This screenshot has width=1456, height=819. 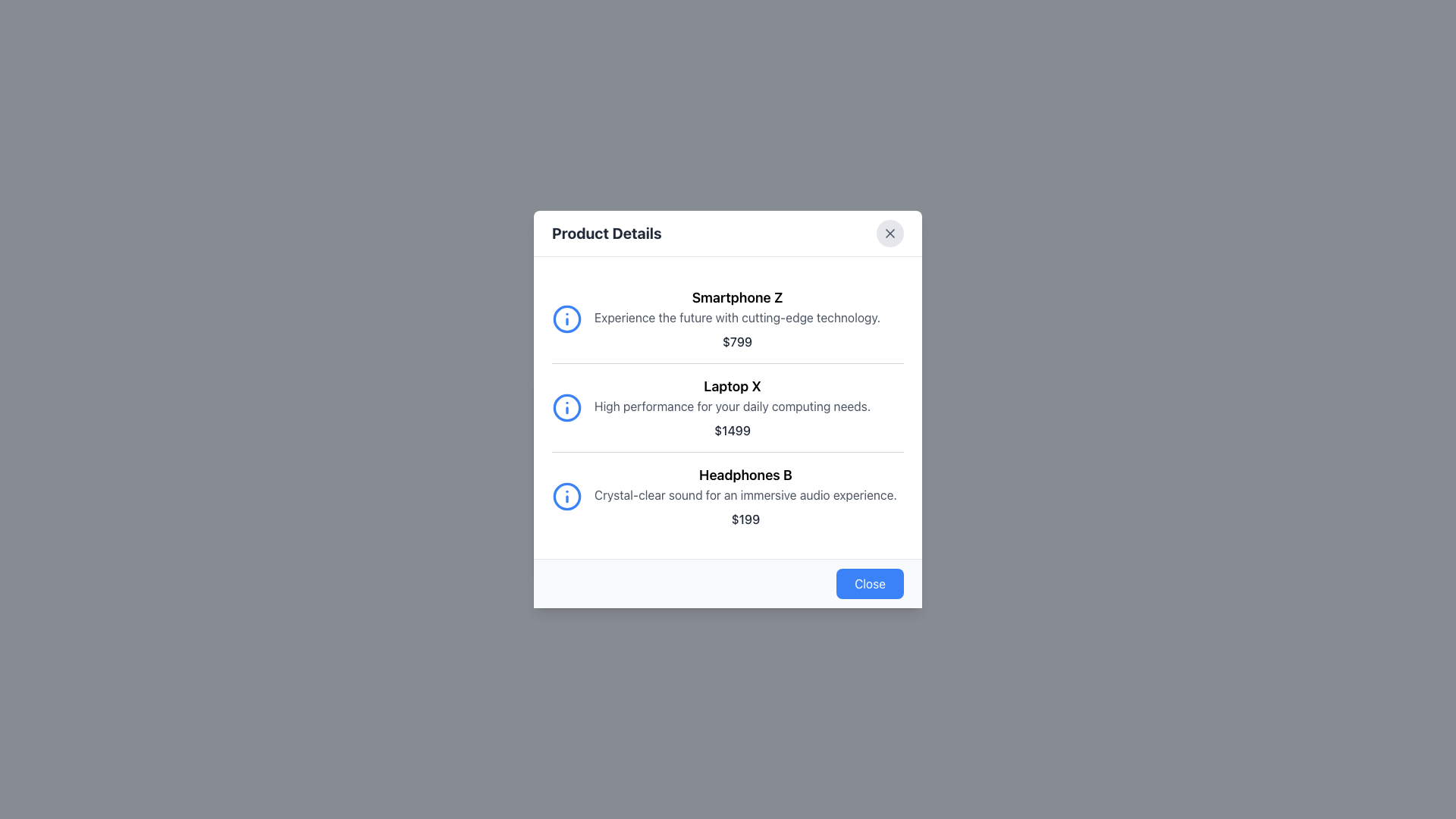 I want to click on the circular section of the info icon for 'Laptop X' located in the informational section, which provides visual cues about the product, so click(x=566, y=406).